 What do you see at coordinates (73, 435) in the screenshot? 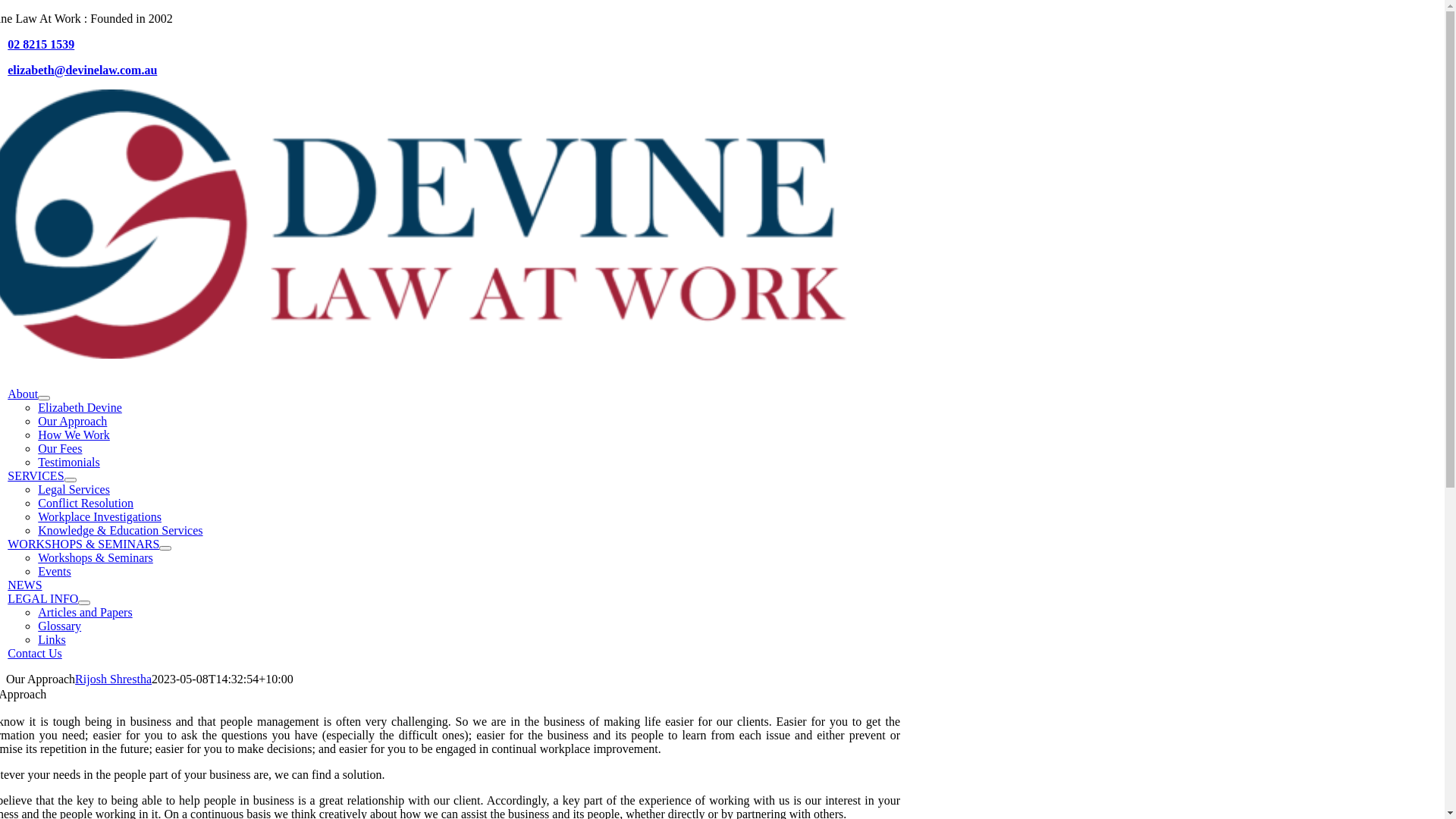
I see `'How We Work'` at bounding box center [73, 435].